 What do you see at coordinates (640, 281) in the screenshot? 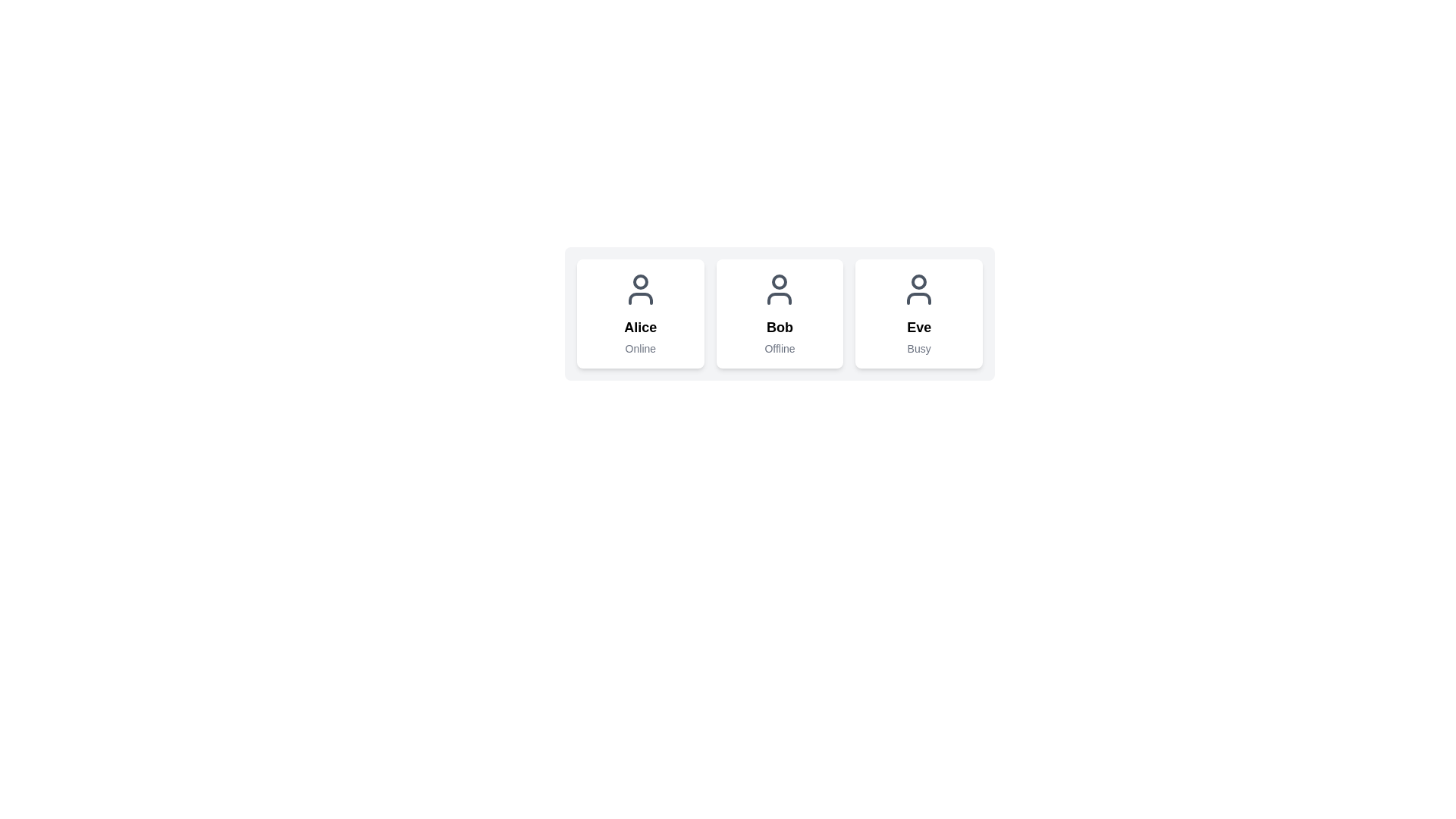
I see `the circular graphical element representing the user's profile image within the first card of a horizontal set of user cards` at bounding box center [640, 281].